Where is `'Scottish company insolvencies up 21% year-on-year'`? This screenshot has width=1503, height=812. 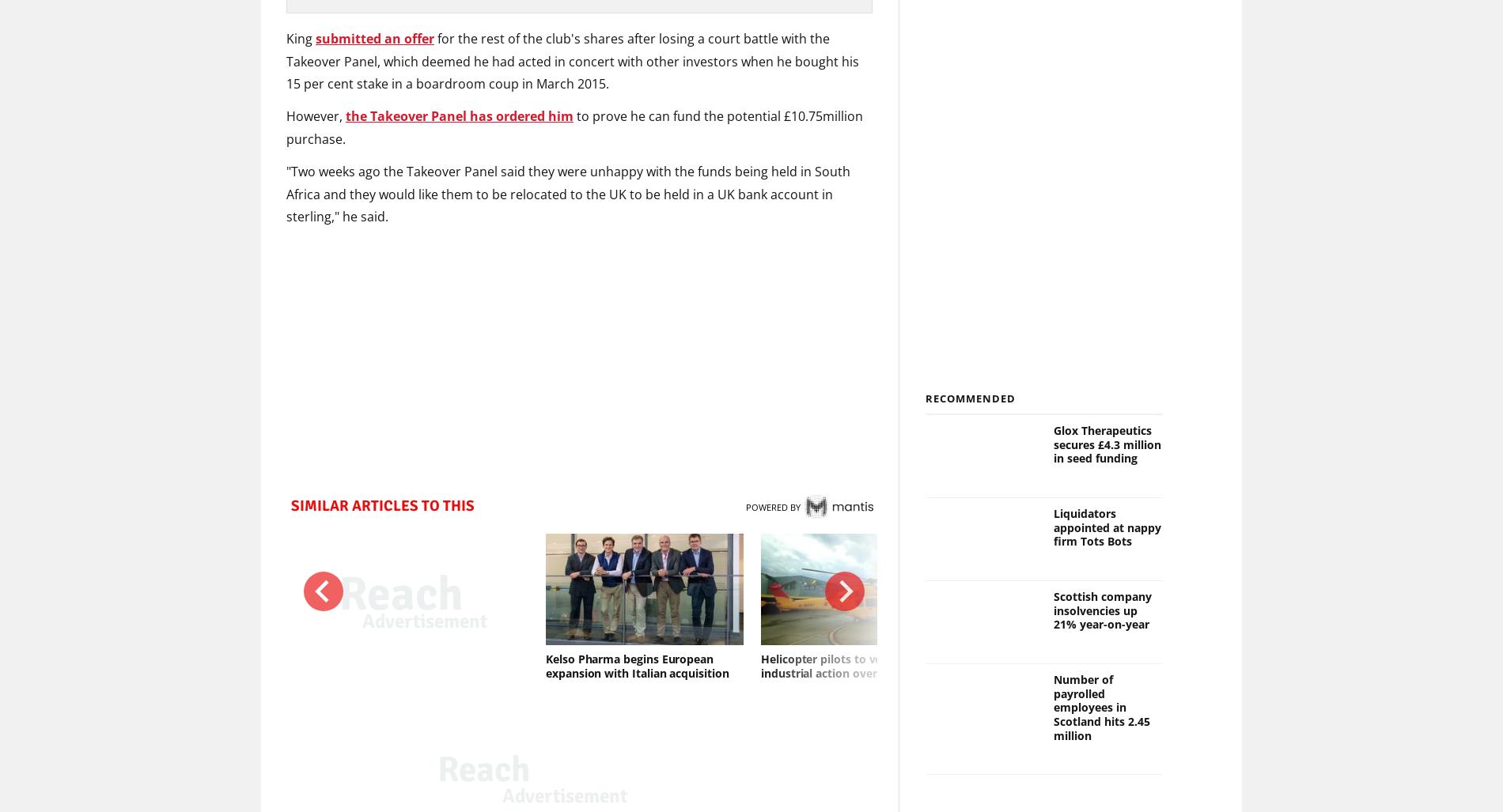
'Scottish company insolvencies up 21% year-on-year' is located at coordinates (1101, 610).